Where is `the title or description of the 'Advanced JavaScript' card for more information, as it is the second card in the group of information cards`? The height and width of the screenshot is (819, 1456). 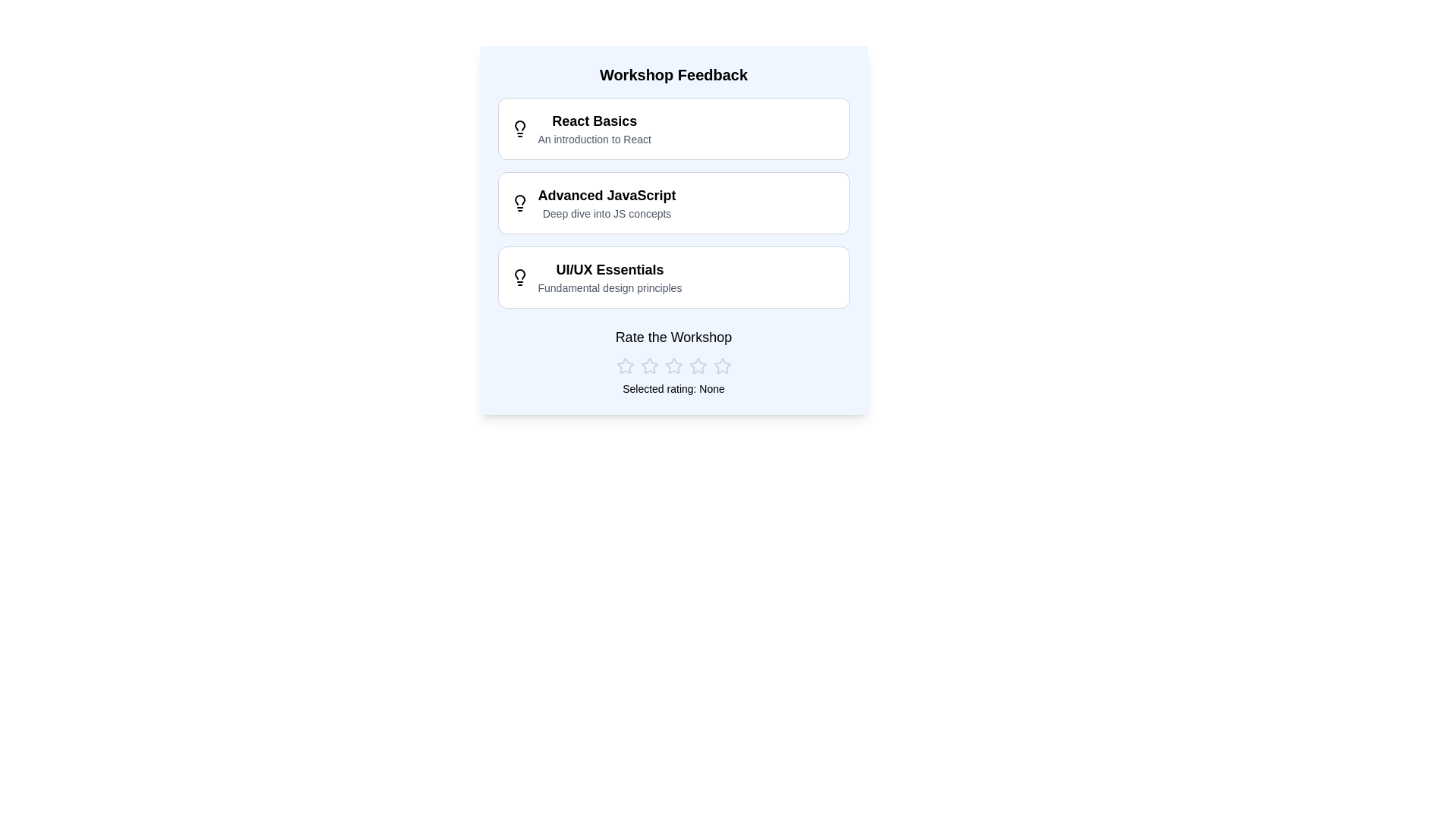 the title or description of the 'Advanced JavaScript' card for more information, as it is the second card in the group of information cards is located at coordinates (673, 202).